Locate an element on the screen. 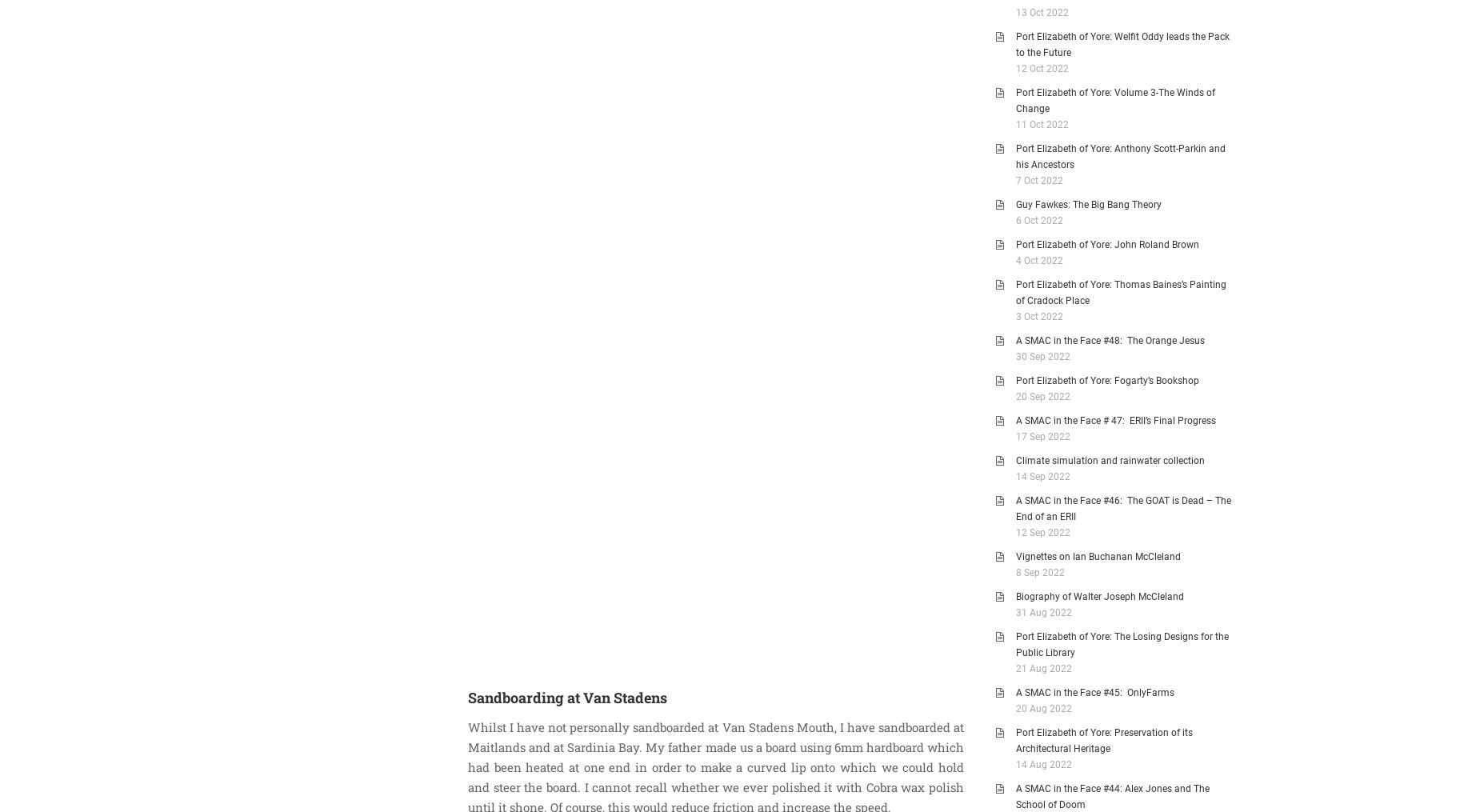 The image size is (1480, 812). 'Port Elizabeth of Yore: Fogarty’s Bookshop' is located at coordinates (1106, 380).